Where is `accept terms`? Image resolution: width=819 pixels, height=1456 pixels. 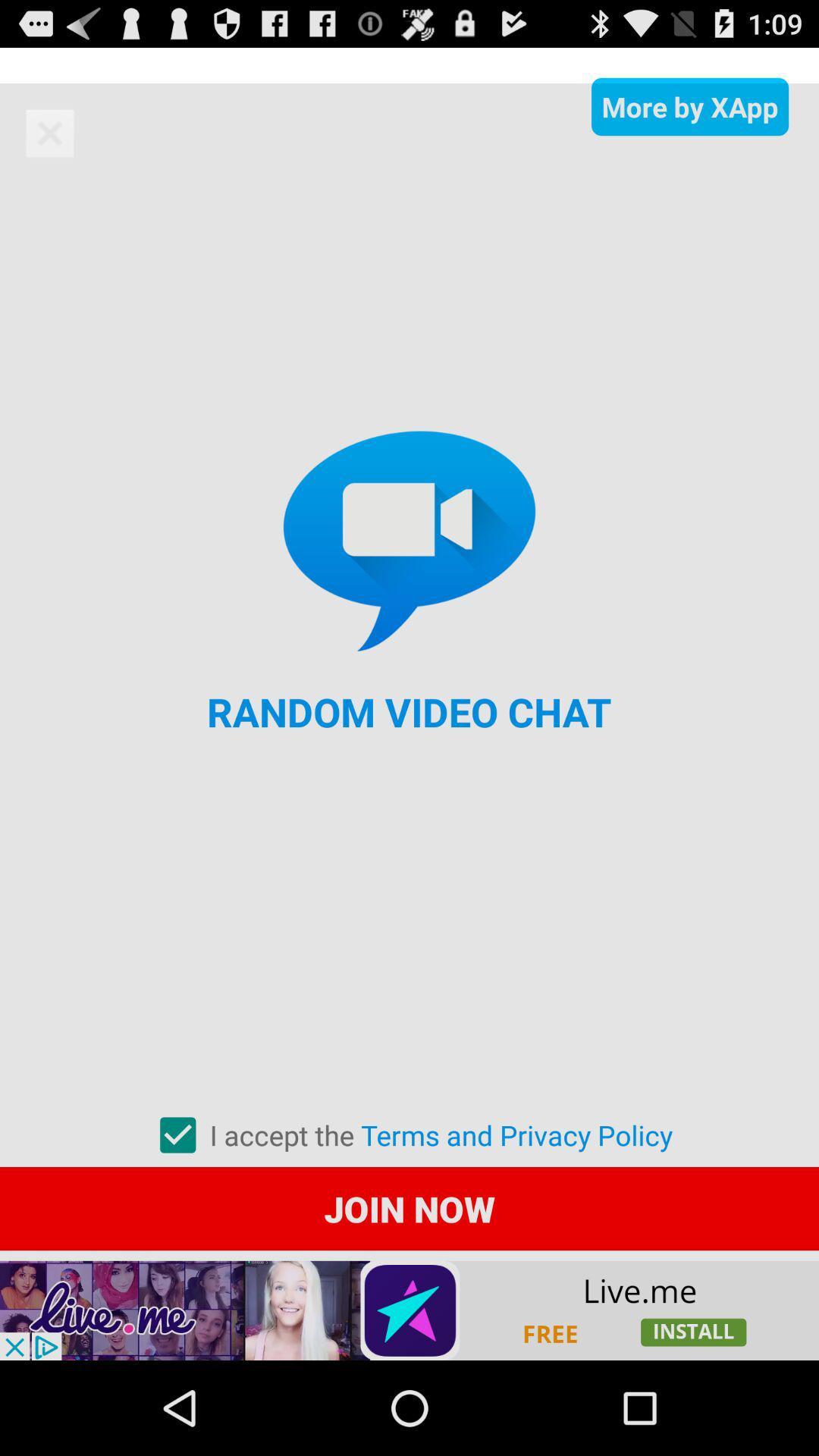 accept terms is located at coordinates (177, 1135).